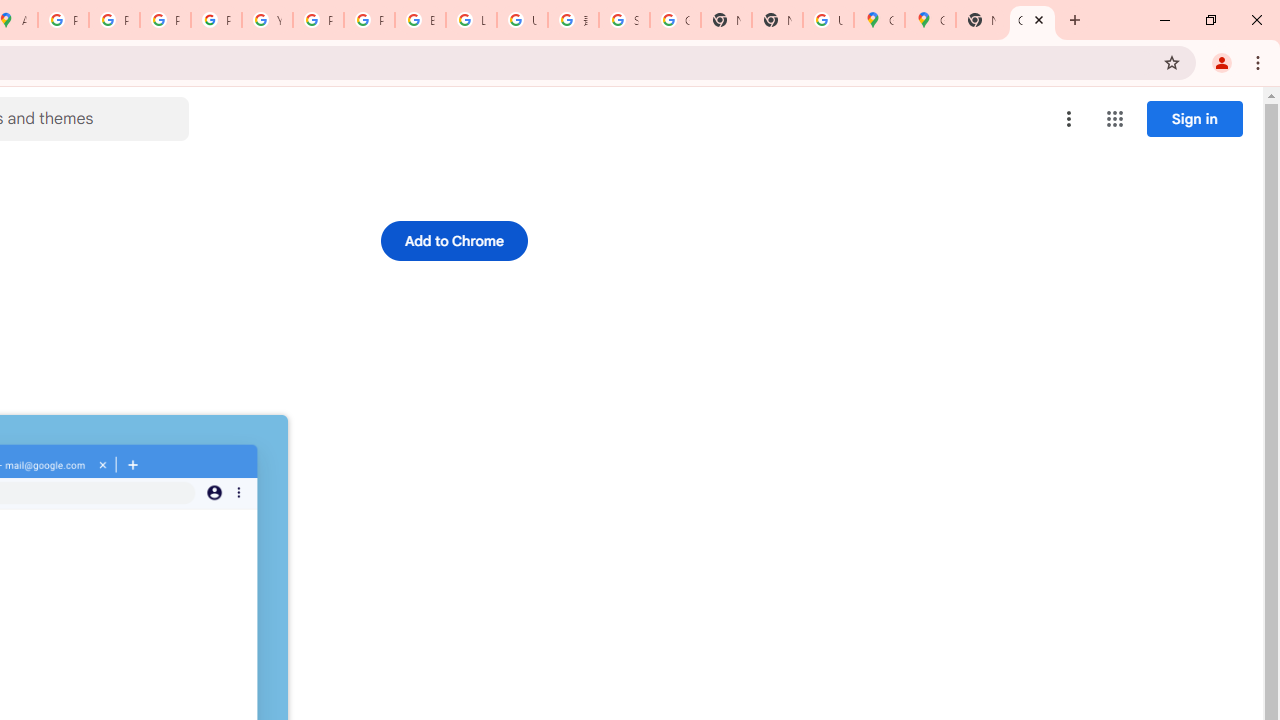 The width and height of the screenshot is (1280, 720). I want to click on 'YouTube', so click(266, 20).